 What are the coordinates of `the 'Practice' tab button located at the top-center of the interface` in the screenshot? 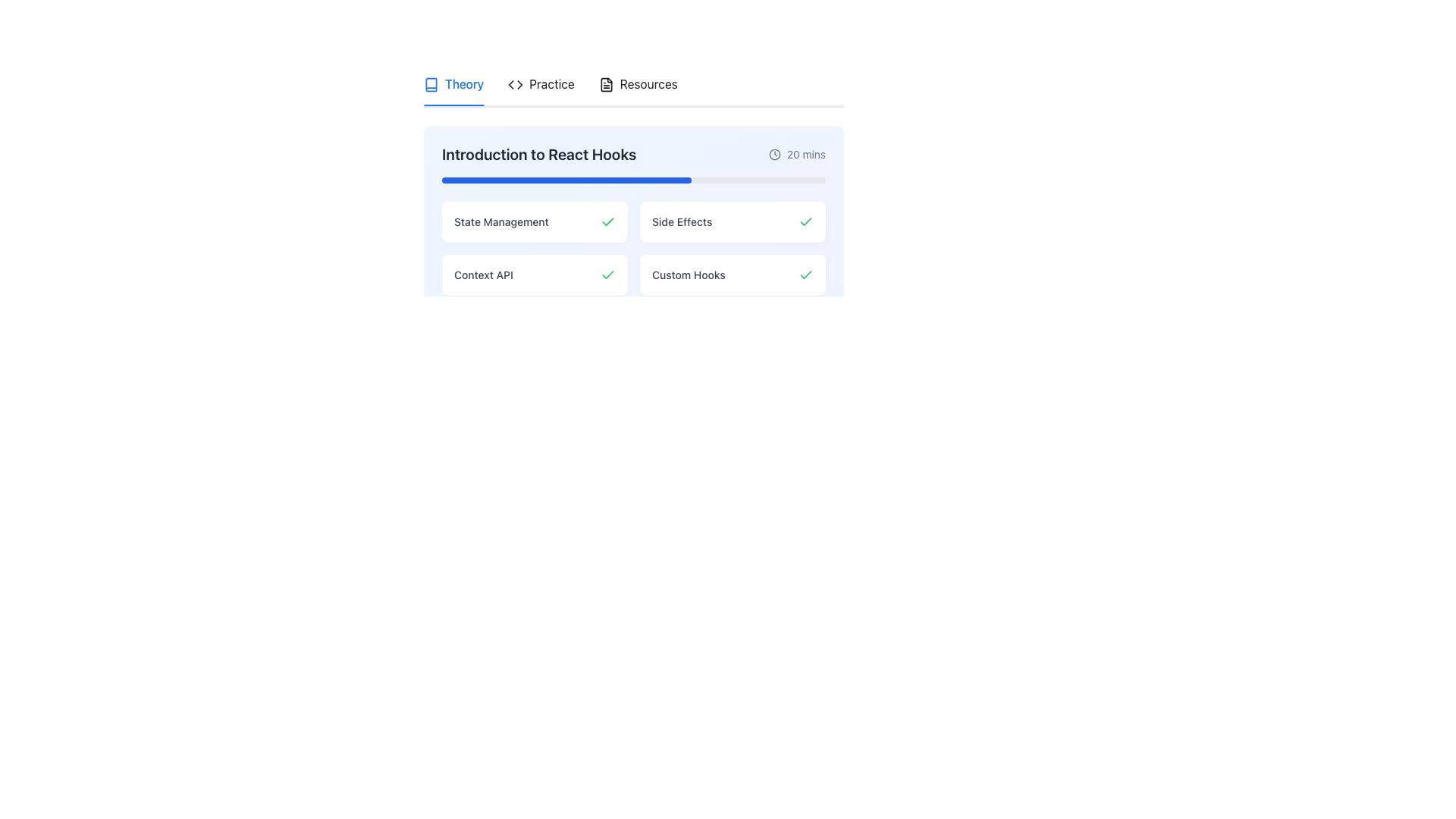 It's located at (550, 84).